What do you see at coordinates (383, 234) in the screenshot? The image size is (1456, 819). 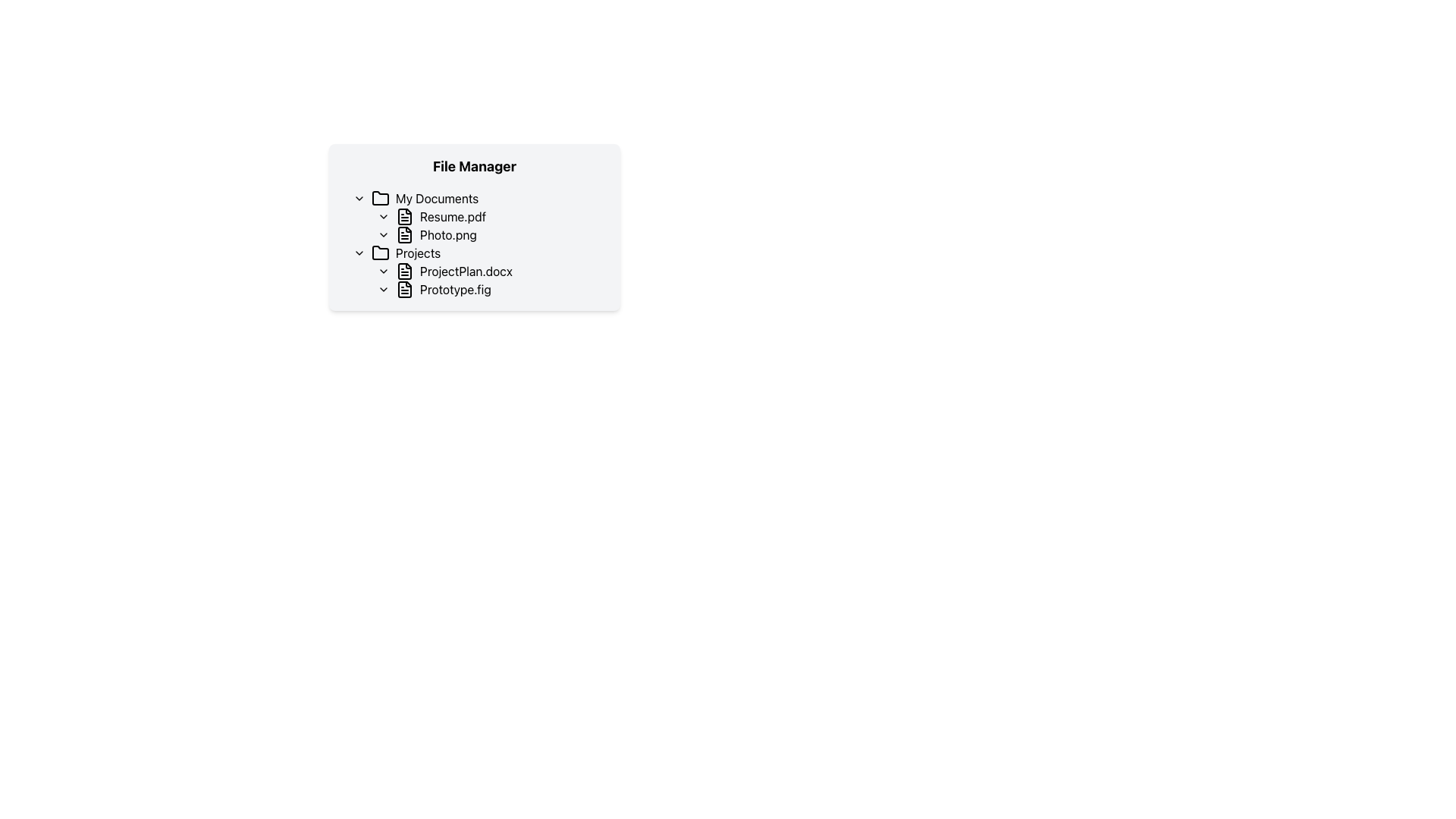 I see `the chevron icon pointing downward, which indicates an expanded state, located to the left of the 'Photo.png' label in the file listing interface` at bounding box center [383, 234].